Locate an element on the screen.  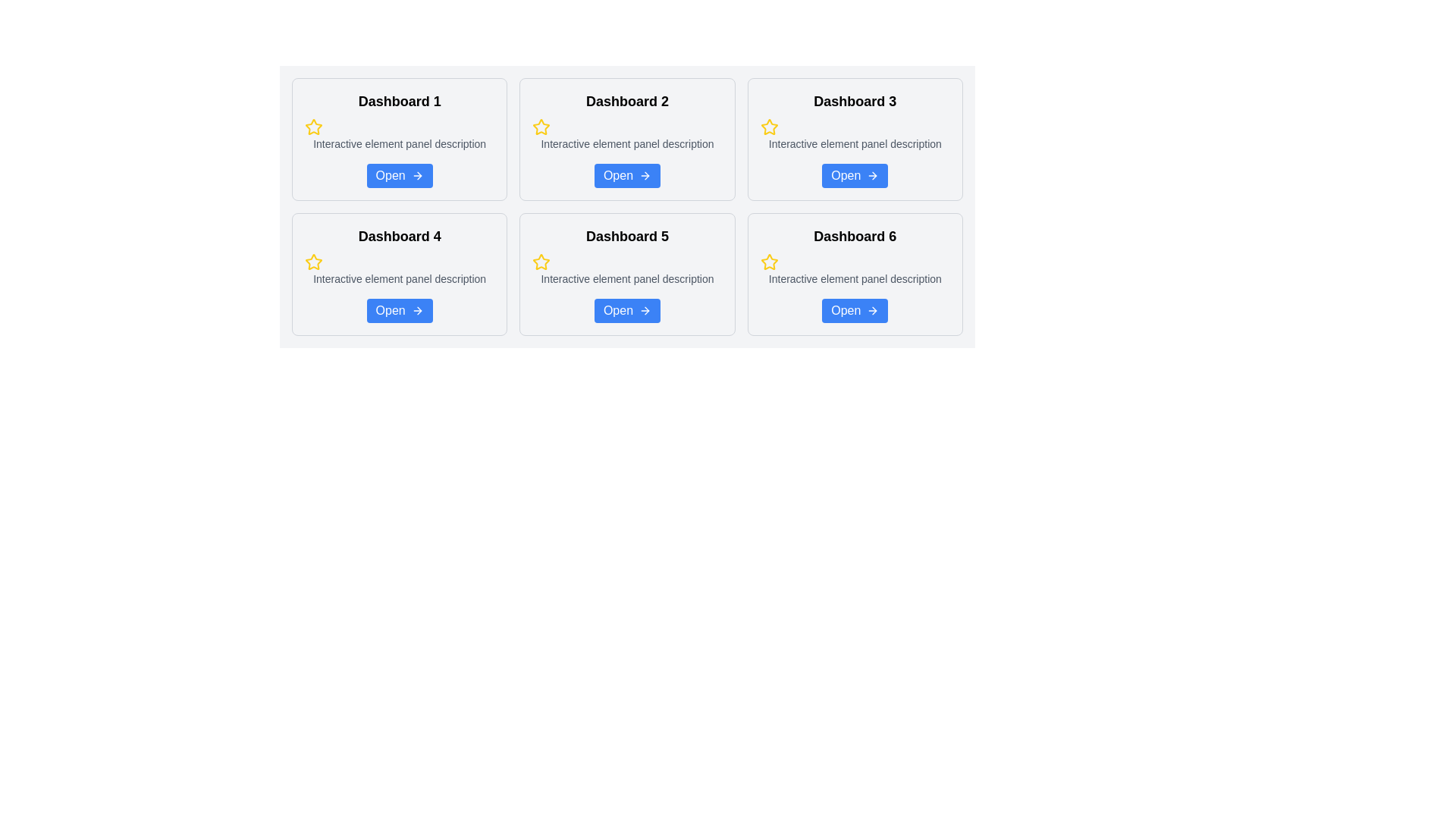
the 'Open' button on the fifth panel in the grid layout for 'Dashboard 5' is located at coordinates (627, 275).